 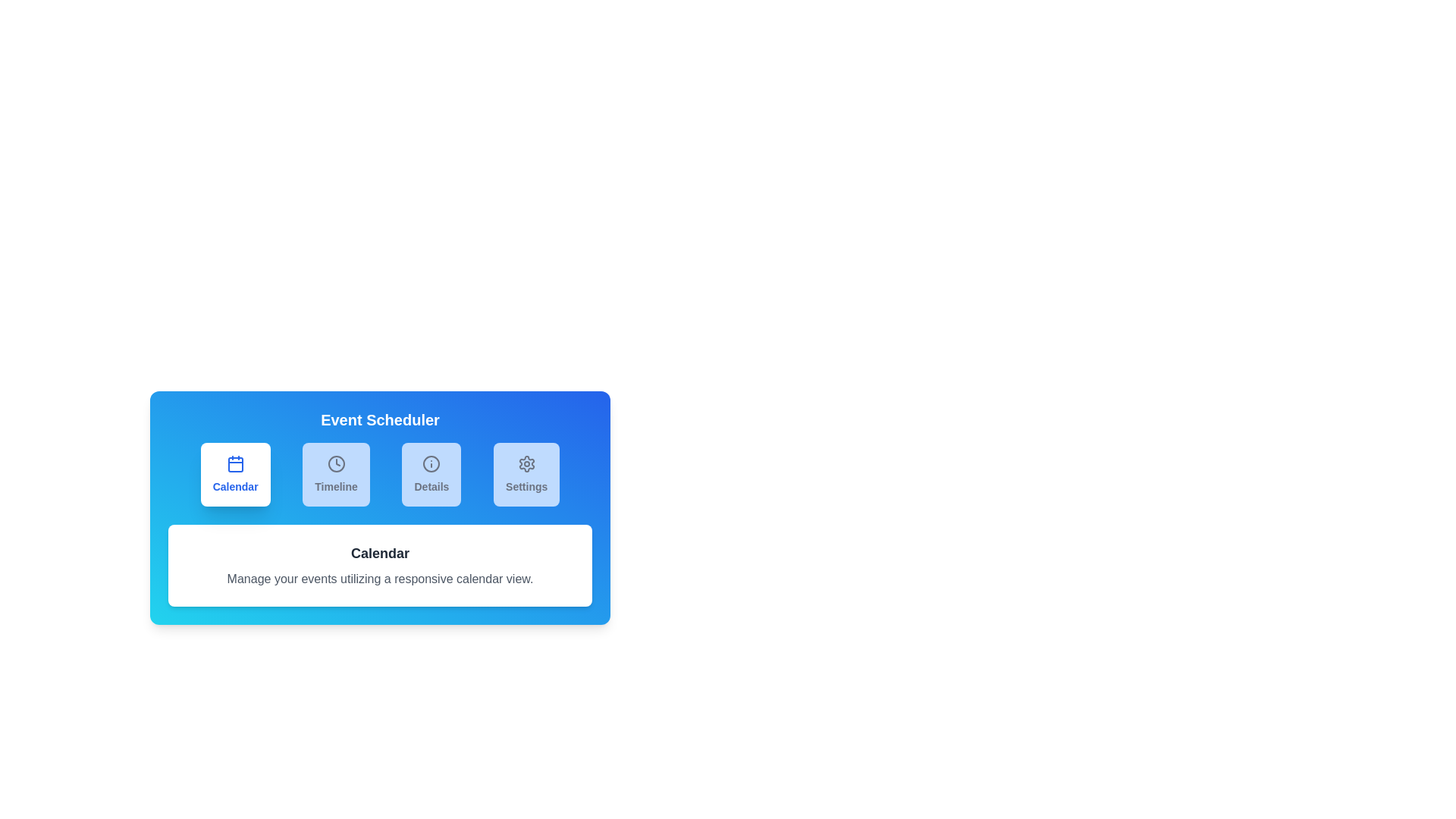 What do you see at coordinates (526, 473) in the screenshot?
I see `the tab labeled Settings` at bounding box center [526, 473].